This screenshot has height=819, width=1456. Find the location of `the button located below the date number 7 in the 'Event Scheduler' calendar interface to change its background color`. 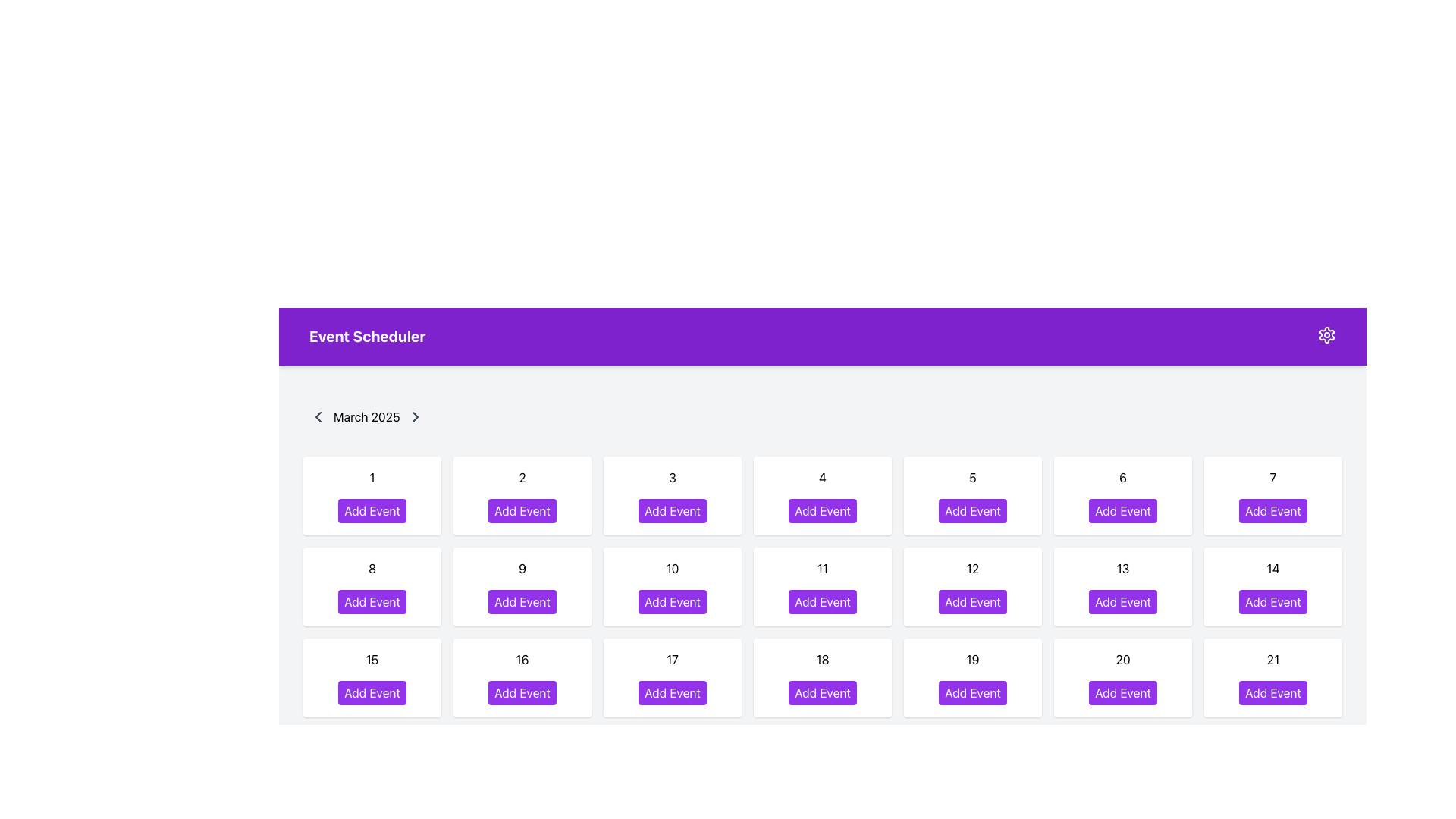

the button located below the date number 7 in the 'Event Scheduler' calendar interface to change its background color is located at coordinates (1273, 511).